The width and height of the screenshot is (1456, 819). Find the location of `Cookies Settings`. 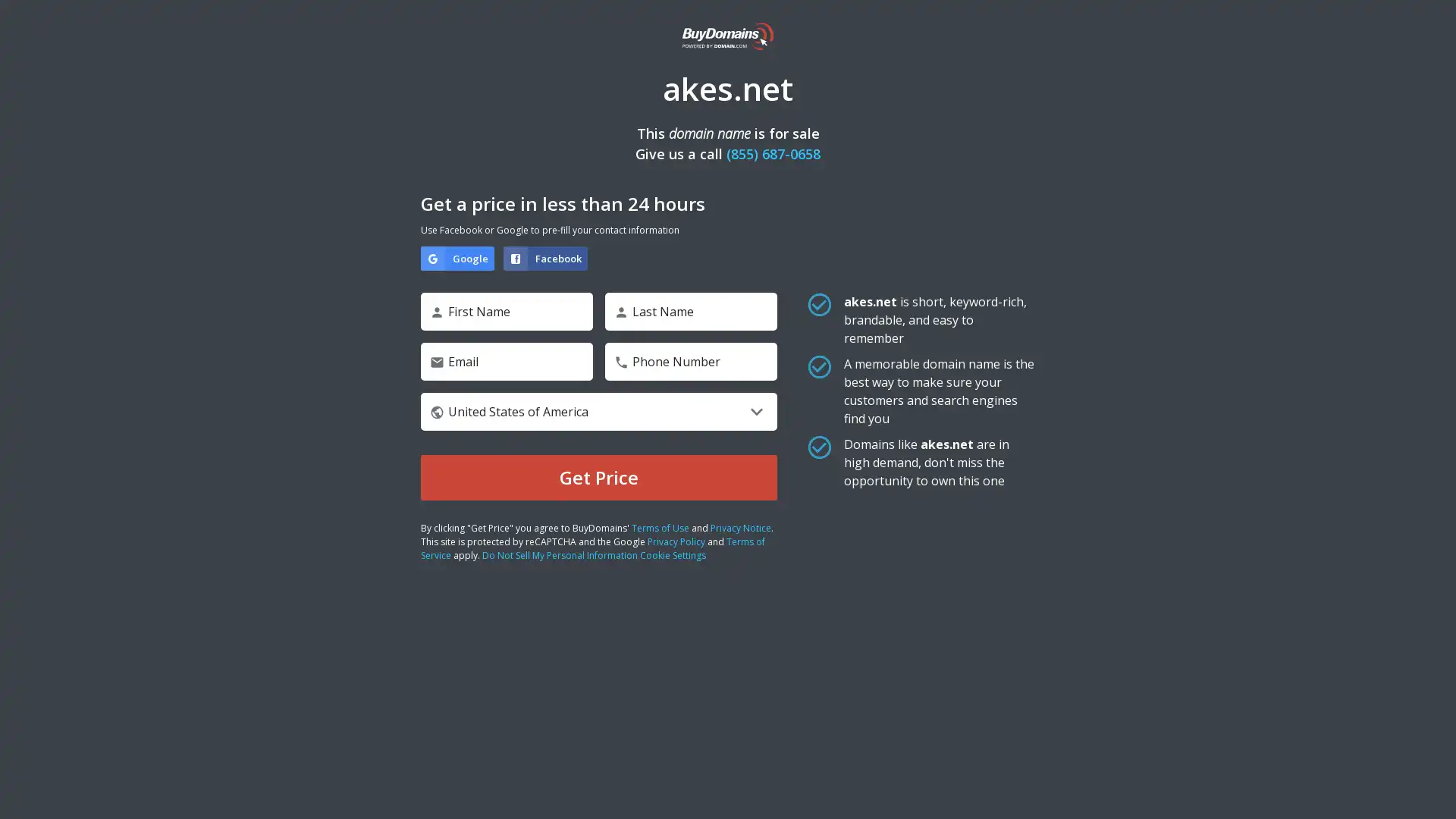

Cookies Settings is located at coordinates (154, 760).